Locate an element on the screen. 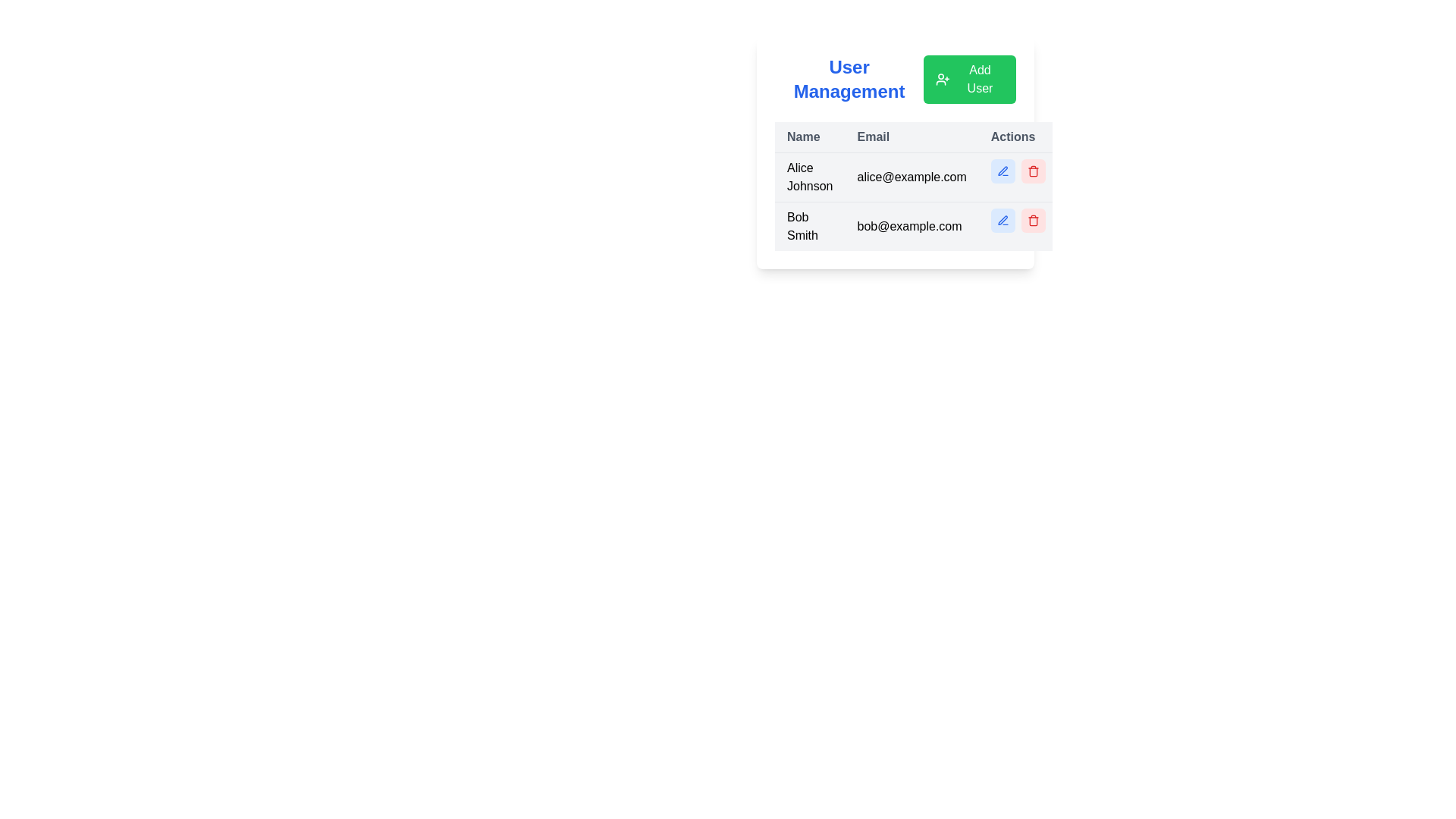  the text label displaying 'Alice Johnson', which is the first cell in the 'Name' column of a table is located at coordinates (809, 177).